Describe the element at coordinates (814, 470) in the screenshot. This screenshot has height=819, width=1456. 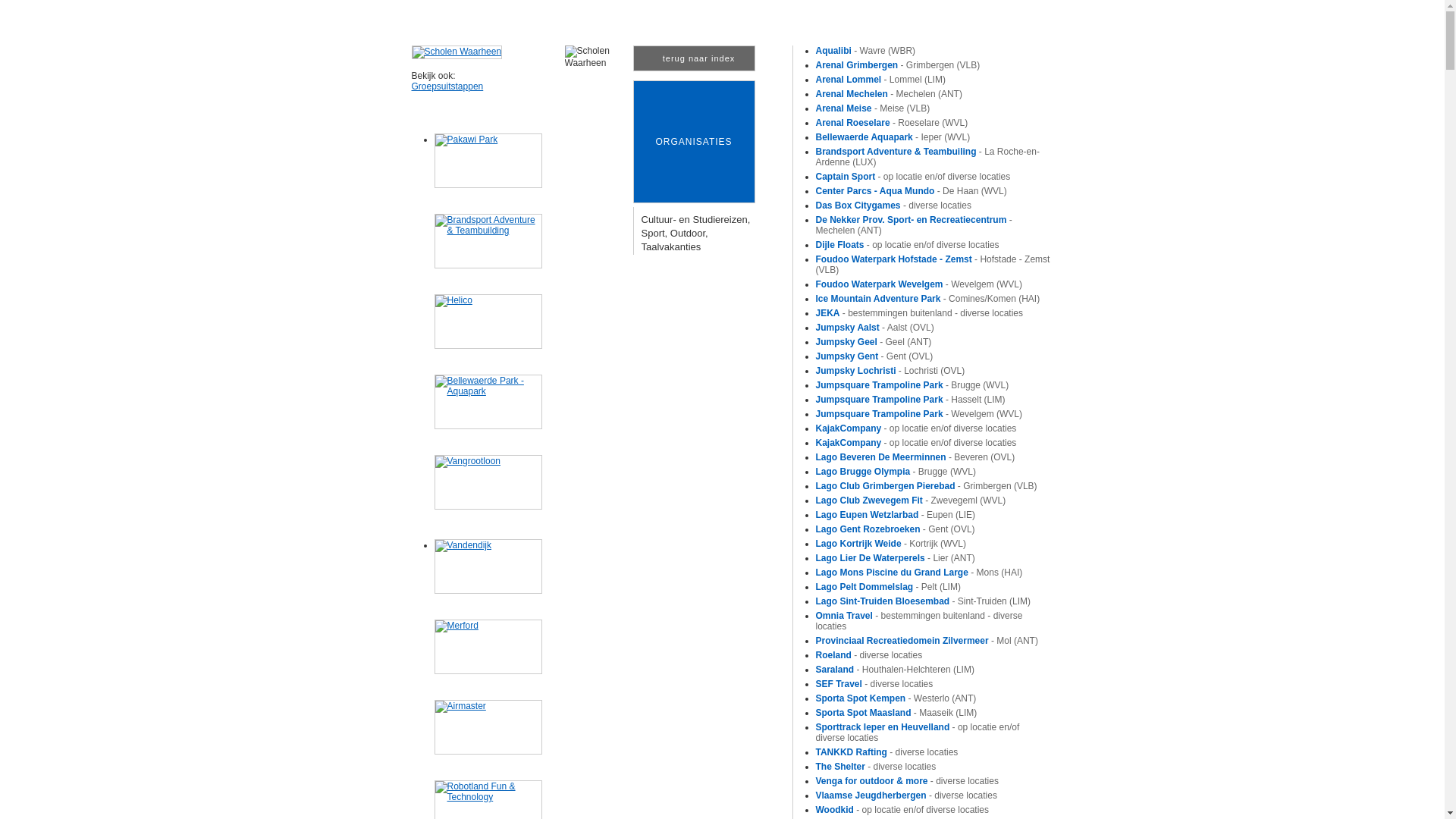
I see `'Lago Brugge Olympia - Brugge (WVL)'` at that location.